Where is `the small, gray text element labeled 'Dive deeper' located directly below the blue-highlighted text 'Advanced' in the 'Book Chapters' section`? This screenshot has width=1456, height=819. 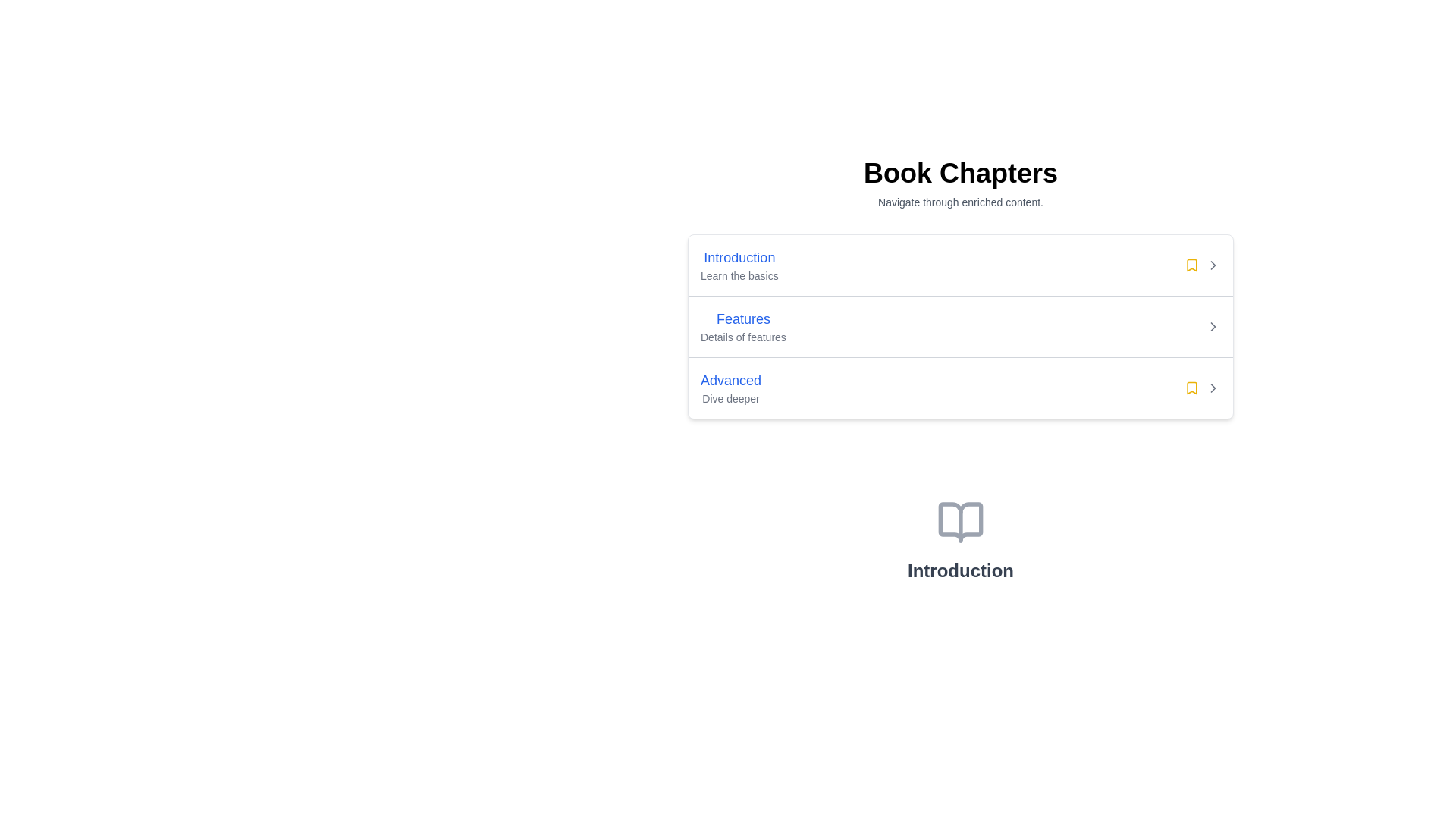 the small, gray text element labeled 'Dive deeper' located directly below the blue-highlighted text 'Advanced' in the 'Book Chapters' section is located at coordinates (731, 397).